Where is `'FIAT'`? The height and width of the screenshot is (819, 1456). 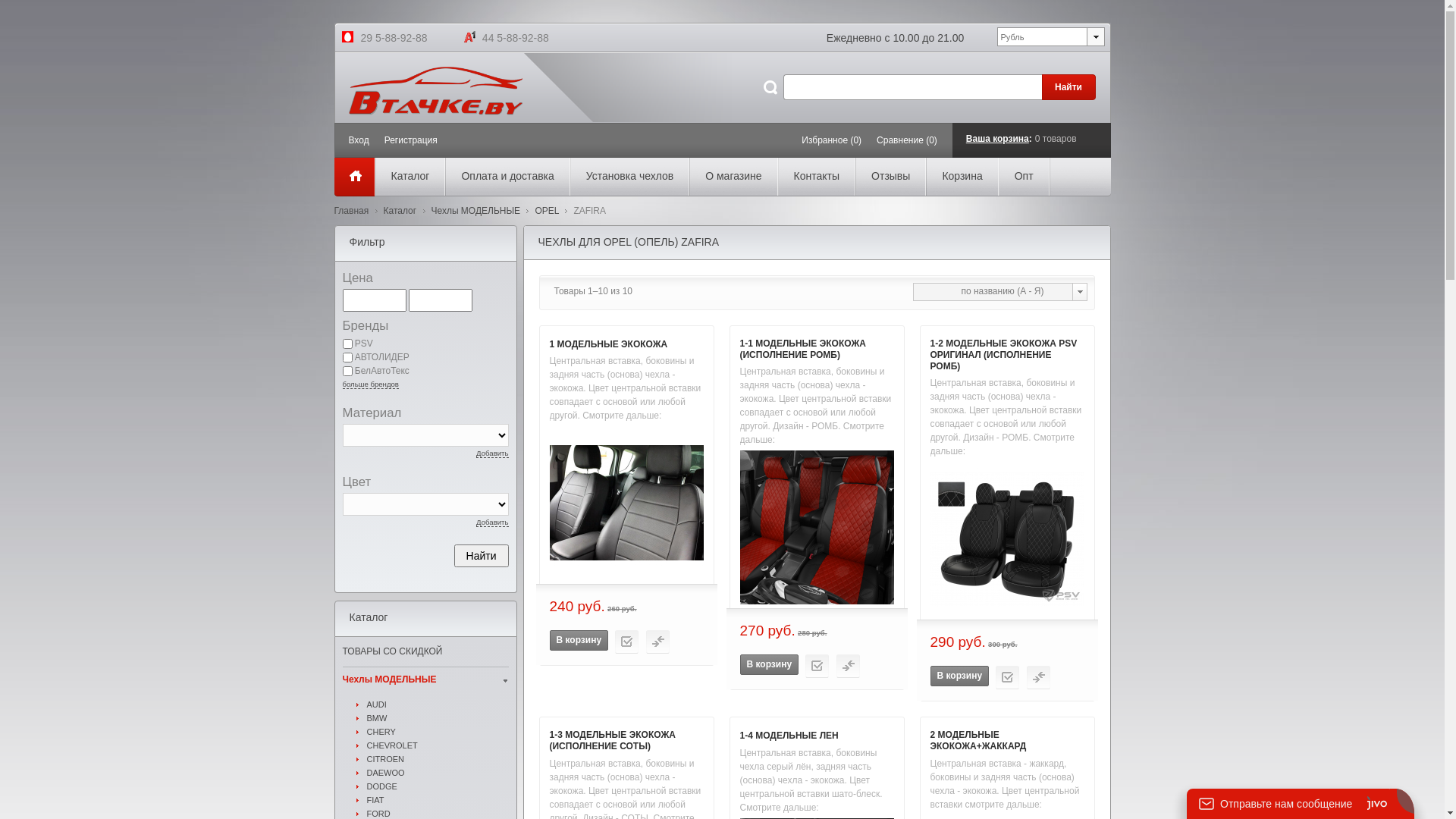
'FIAT' is located at coordinates (437, 799).